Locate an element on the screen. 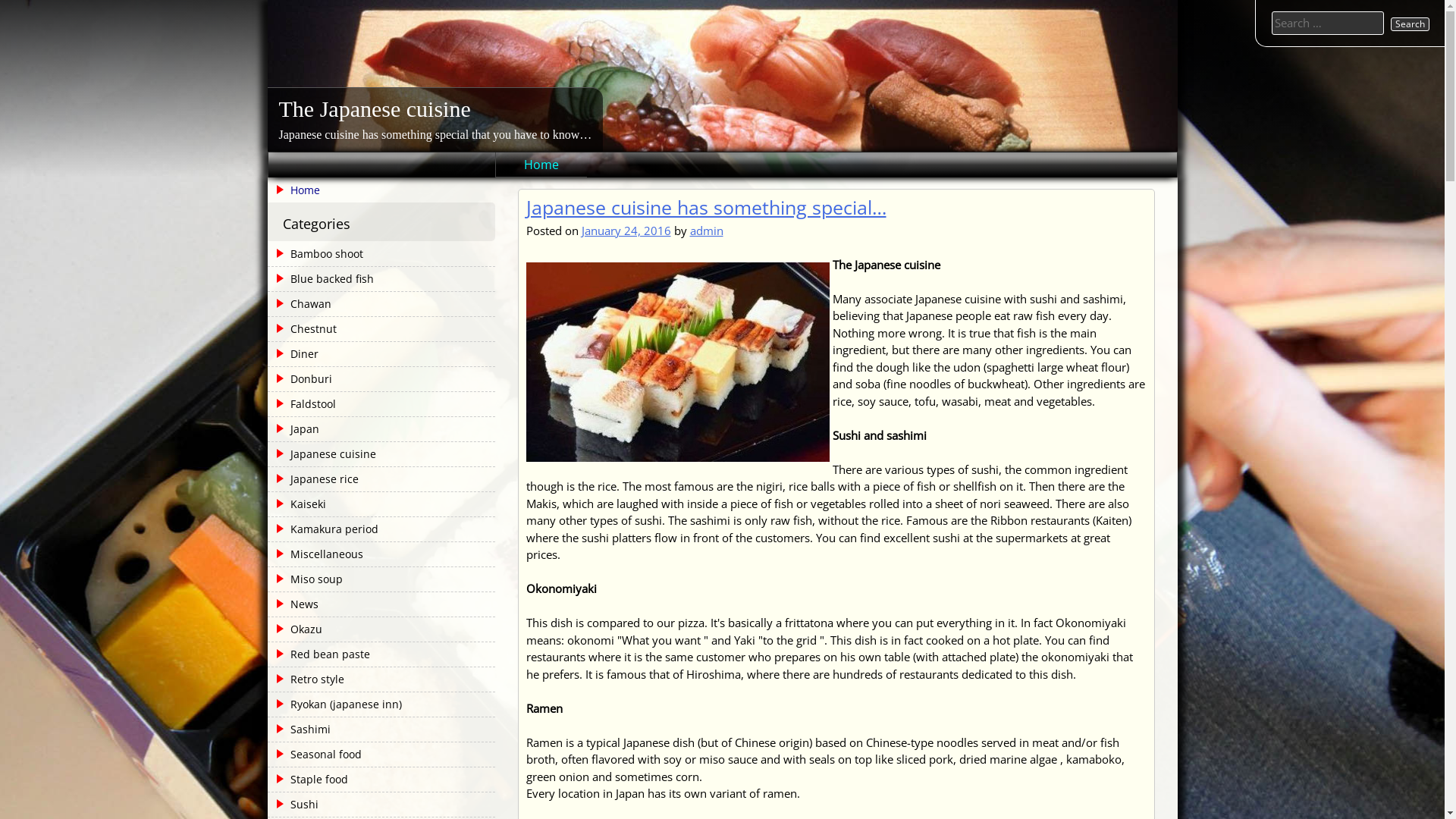  'Japan' is located at coordinates (294, 429).